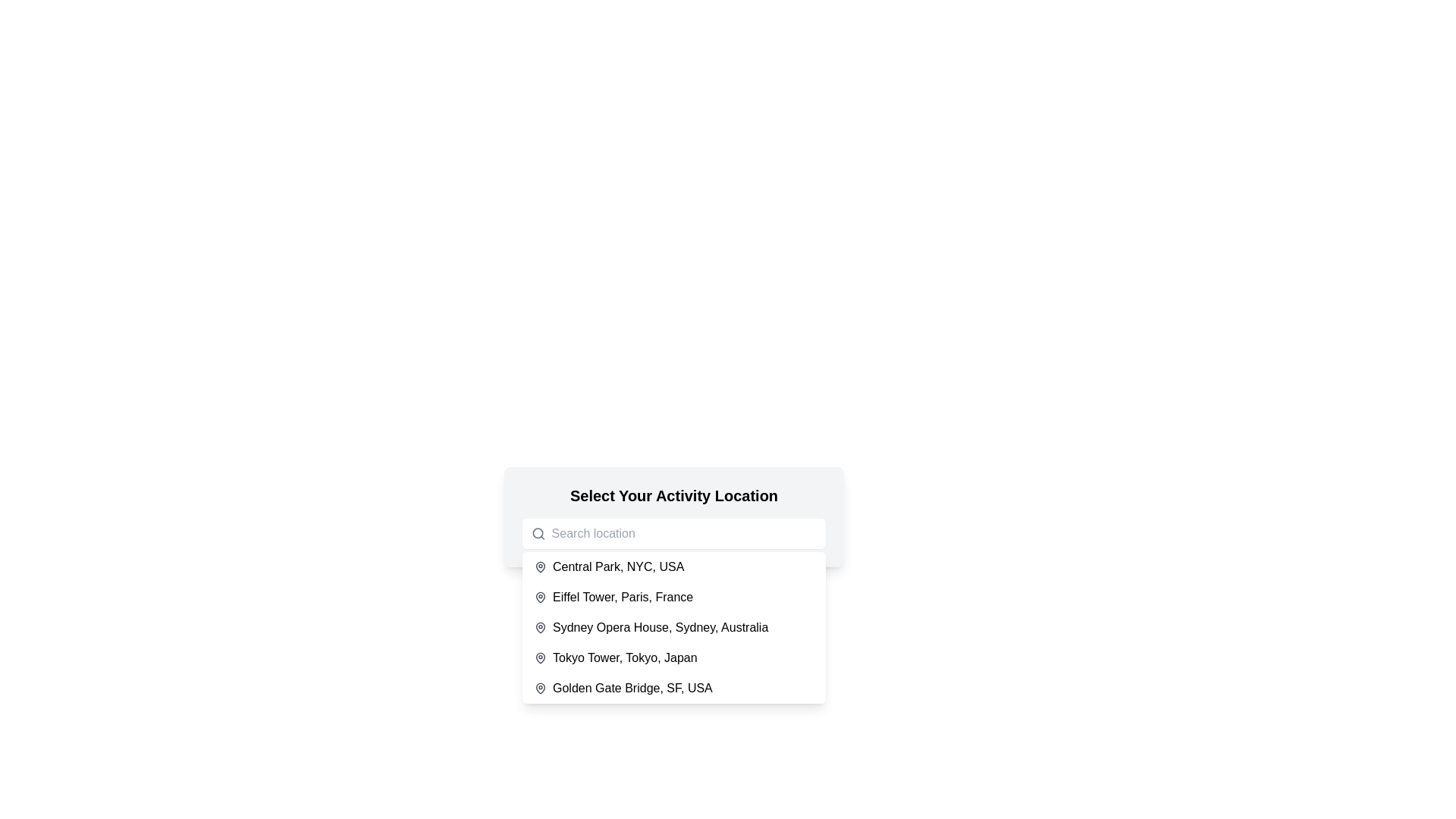  What do you see at coordinates (541, 657) in the screenshot?
I see `the map pin icon located next to the text 'Tokyo Tower, Tokyo, Japan' in the dropdown list of locations` at bounding box center [541, 657].